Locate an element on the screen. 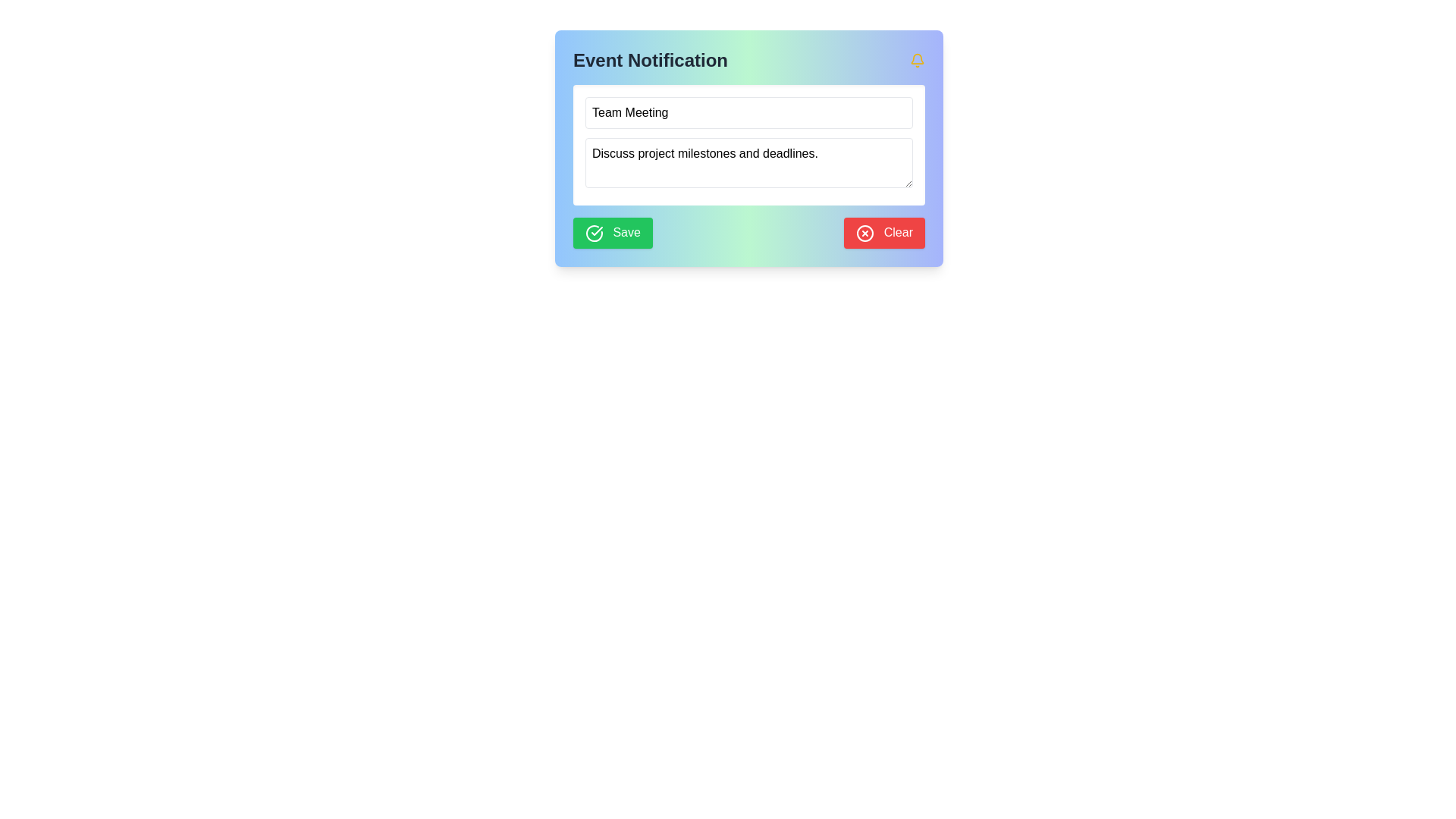 The image size is (1456, 819). on the text input box with rounded corners and a white background containing the text 'Discuss project milestones and deadlines.' is located at coordinates (749, 163).